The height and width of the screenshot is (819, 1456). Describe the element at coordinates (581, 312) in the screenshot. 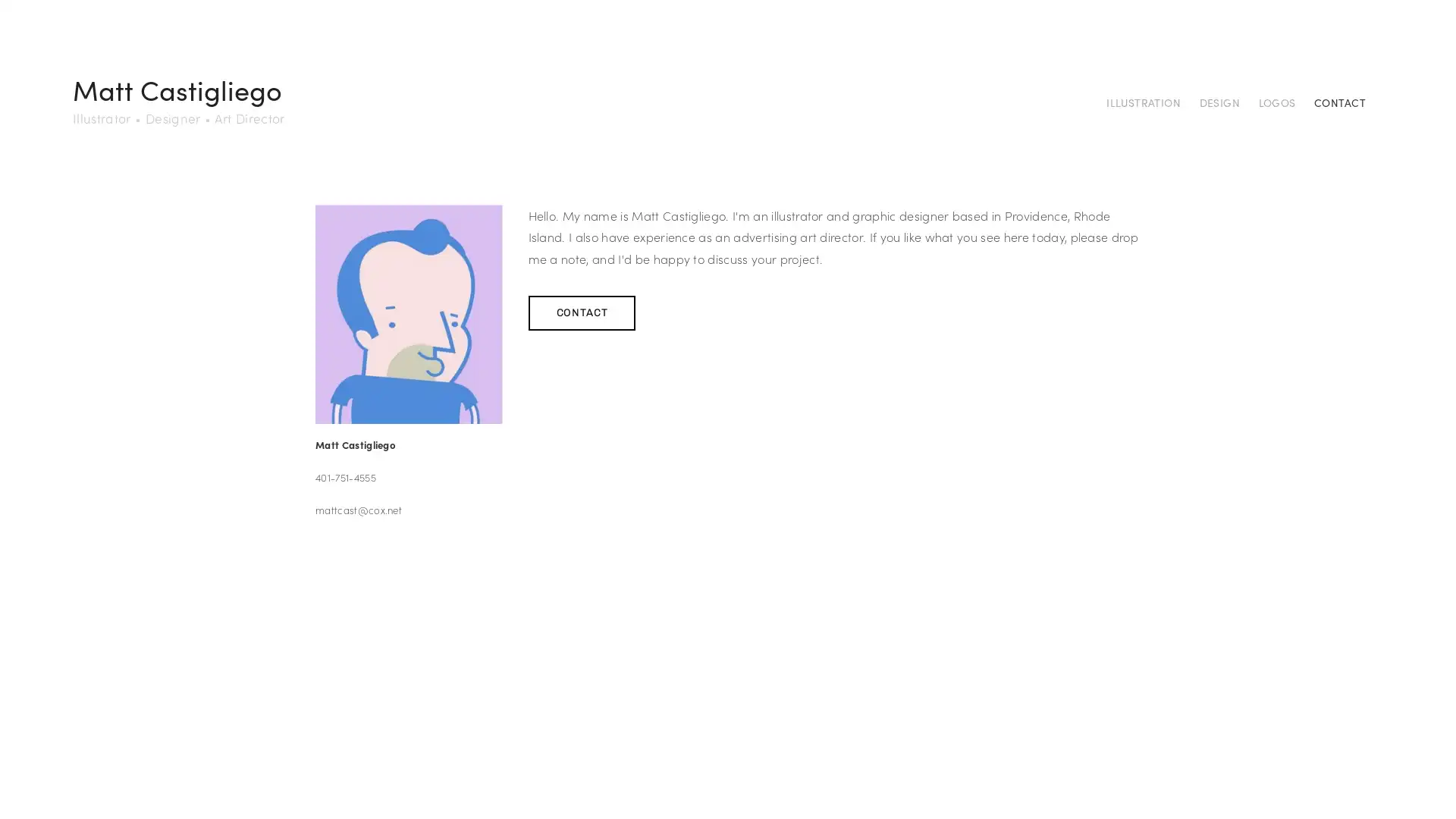

I see `CONTACT` at that location.